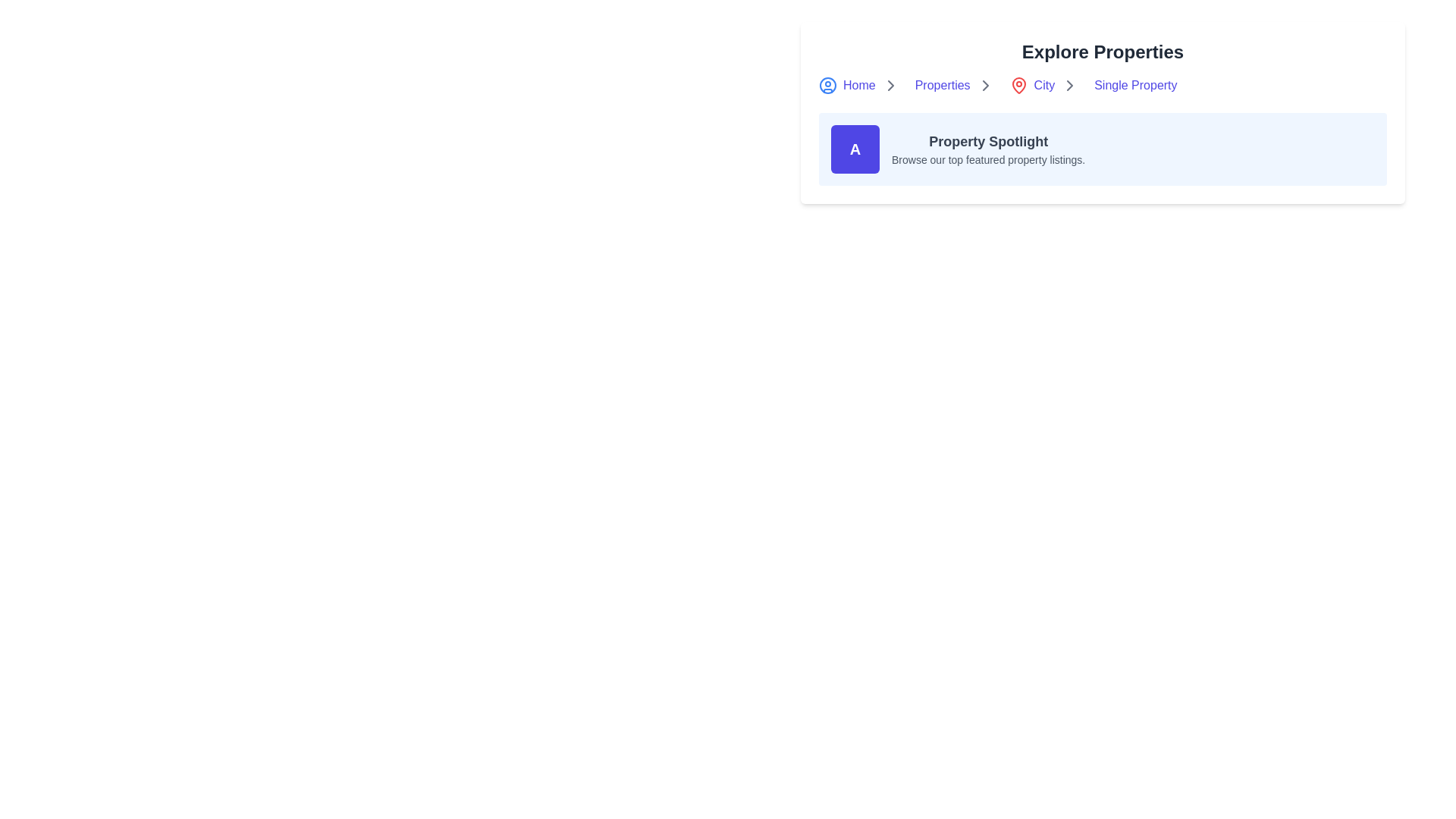 The height and width of the screenshot is (819, 1456). I want to click on the 'Properties' link in the breadcrumb navigation bar, so click(942, 85).